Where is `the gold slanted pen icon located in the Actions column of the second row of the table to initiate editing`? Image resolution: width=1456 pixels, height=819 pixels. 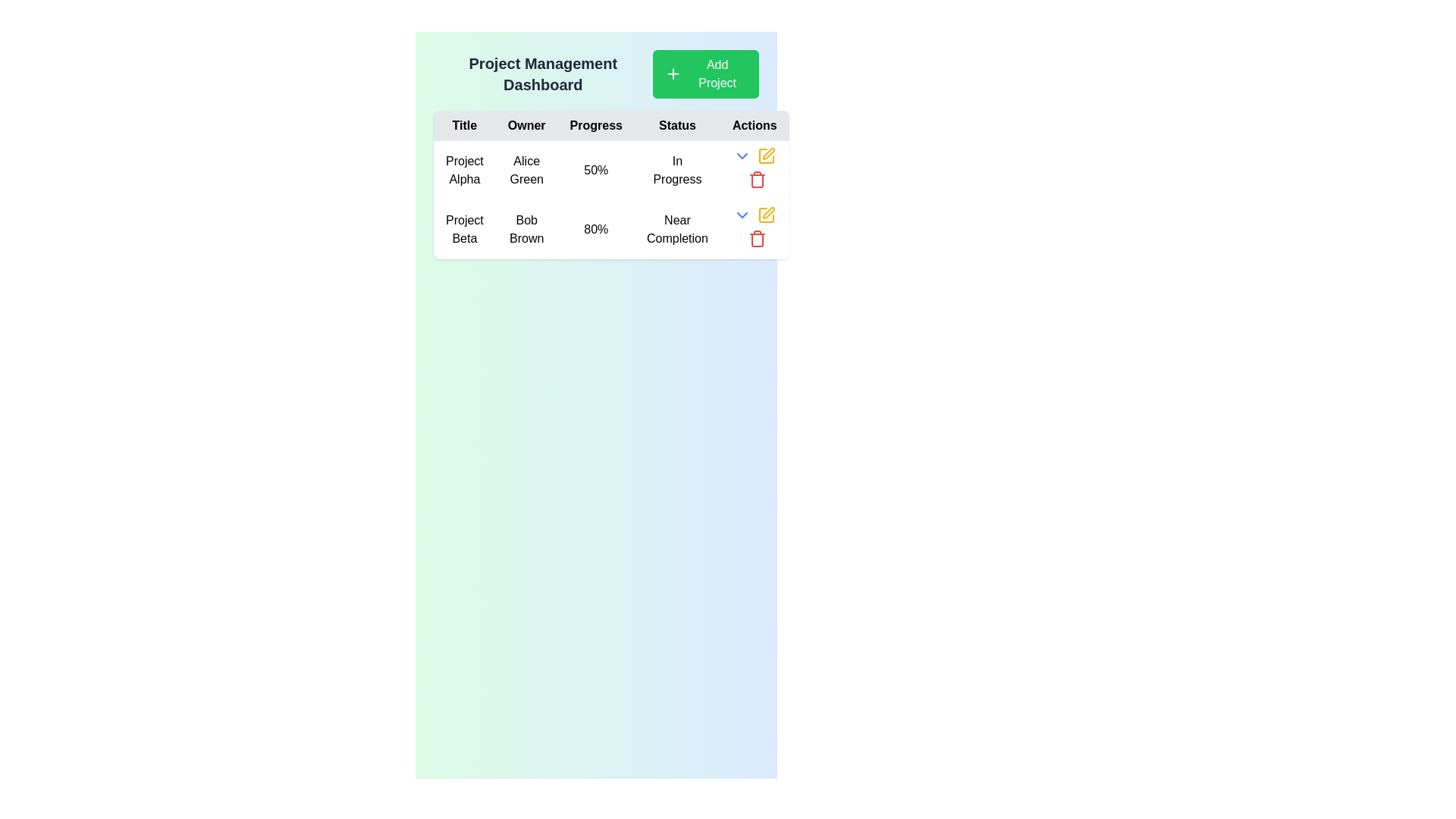 the gold slanted pen icon located in the Actions column of the second row of the table to initiate editing is located at coordinates (768, 213).